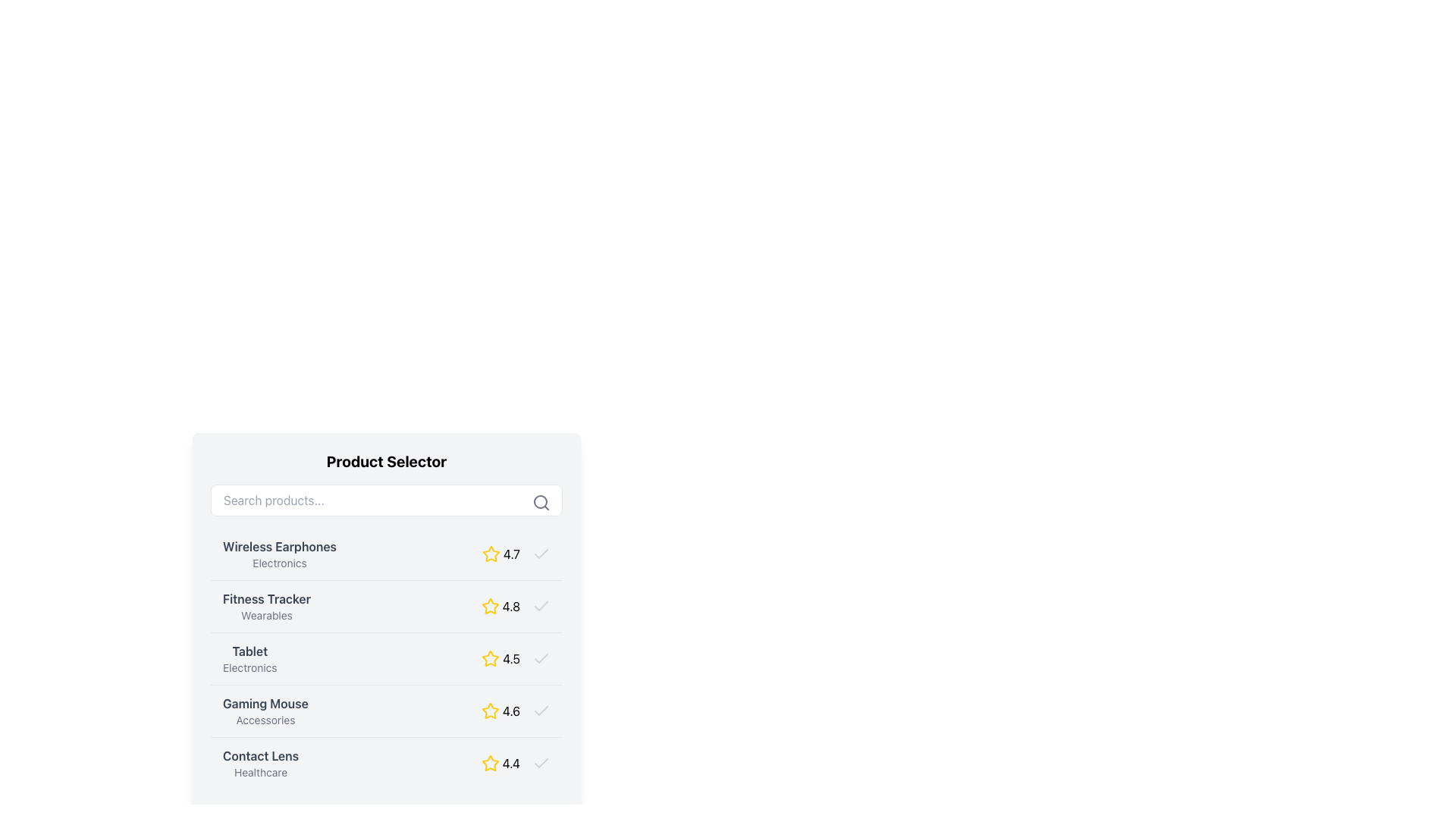  I want to click on the circular part of the magnifying glass icon in the search field, styled with a gray stroke, located in the top-right part of the 'Product Selector' section, so click(541, 502).